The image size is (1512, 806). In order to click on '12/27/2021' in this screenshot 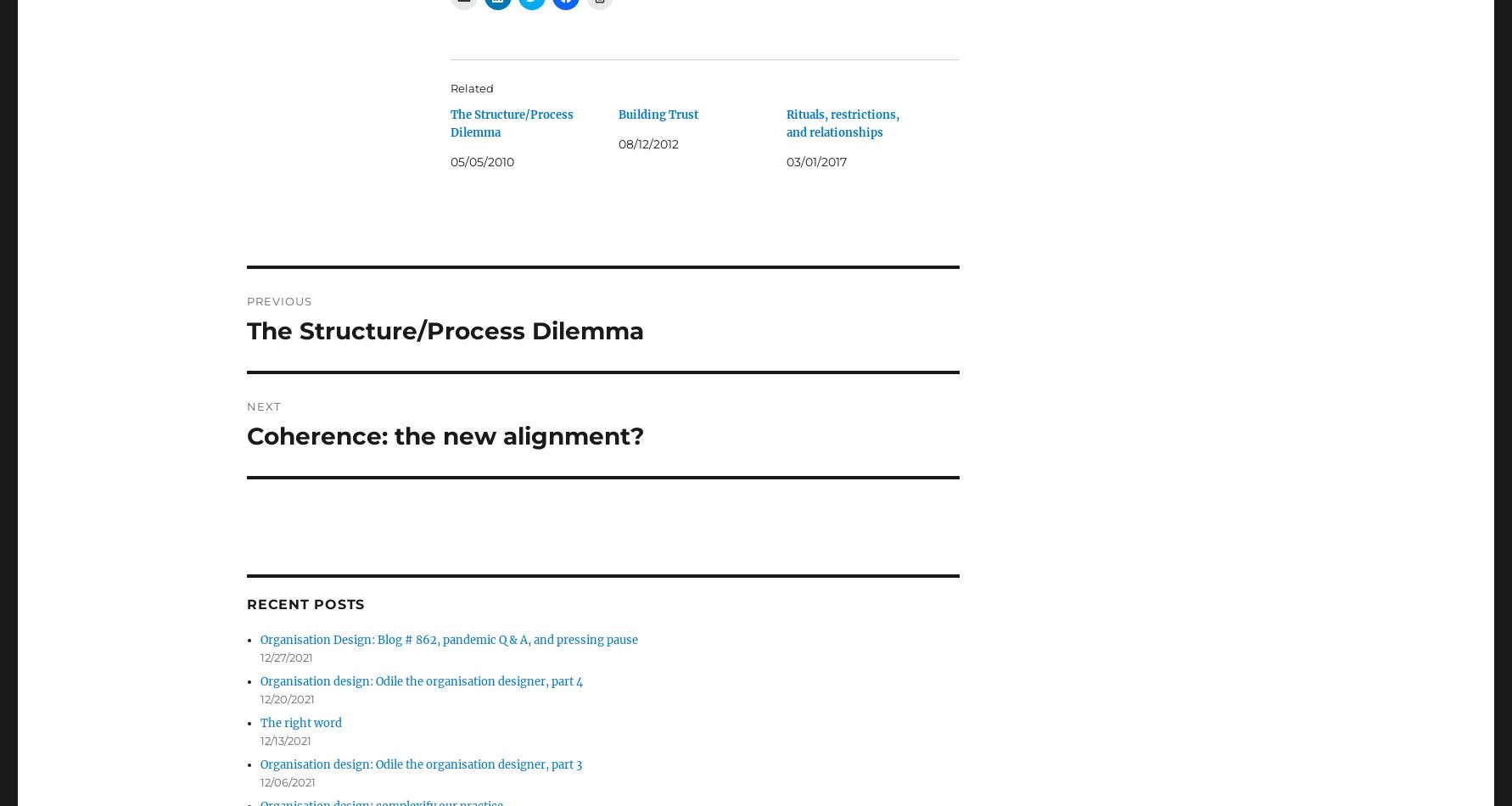, I will do `click(286, 657)`.